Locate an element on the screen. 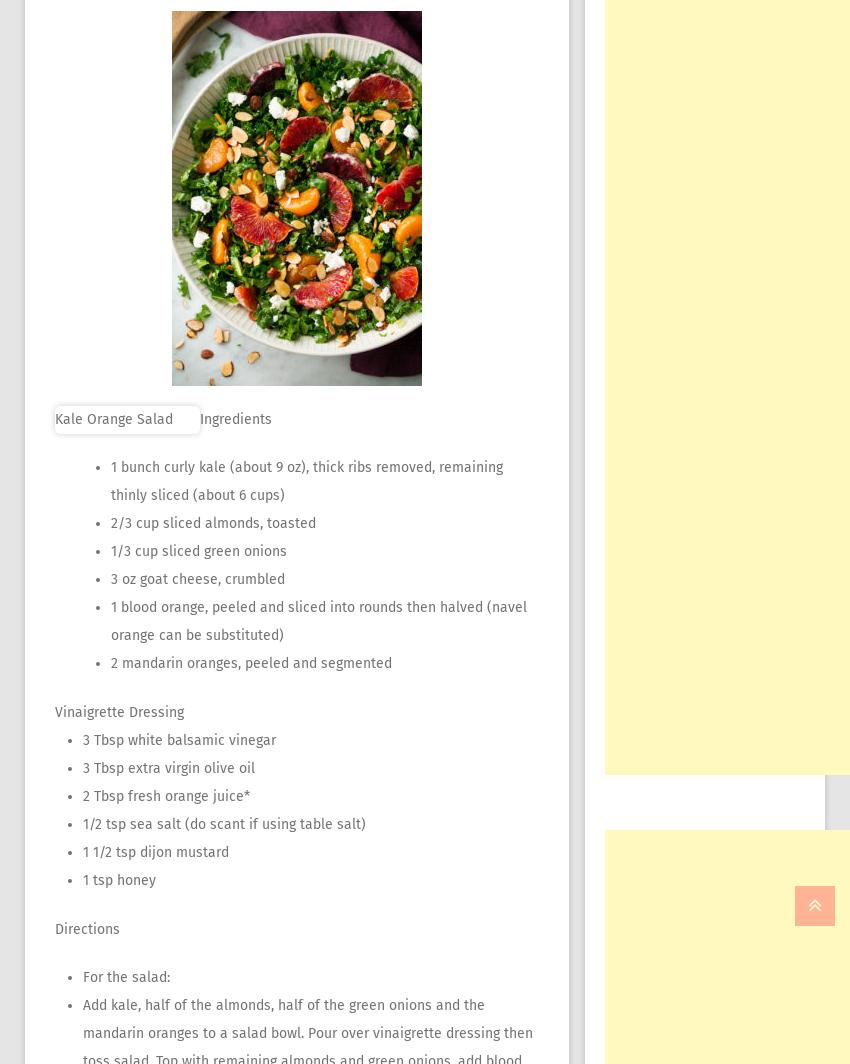 The image size is (850, 1064). '2 mandarin oranges, peeled and segmented' is located at coordinates (110, 663).